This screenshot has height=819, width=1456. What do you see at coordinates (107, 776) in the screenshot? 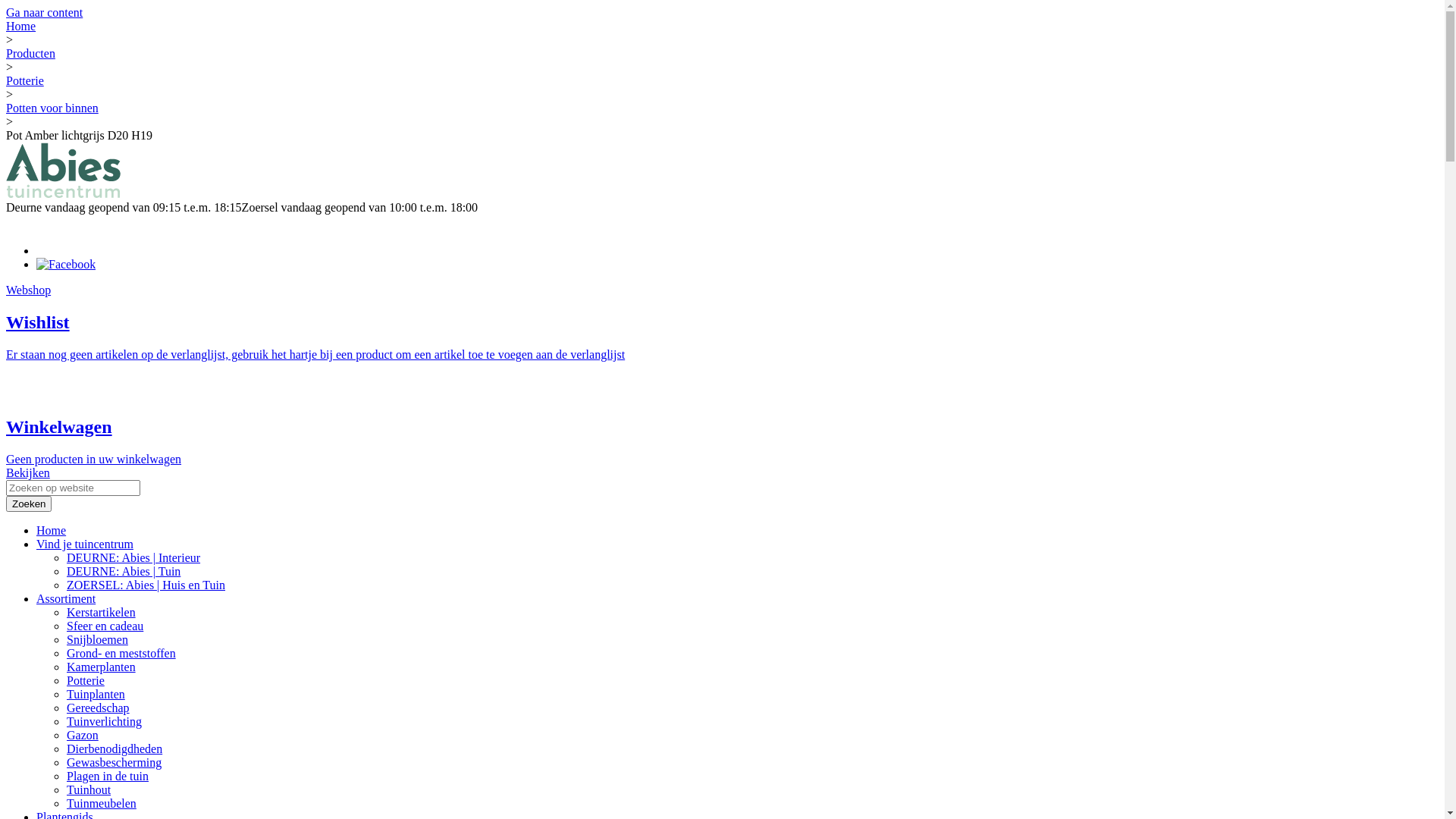
I see `'Plagen in de tuin'` at bounding box center [107, 776].